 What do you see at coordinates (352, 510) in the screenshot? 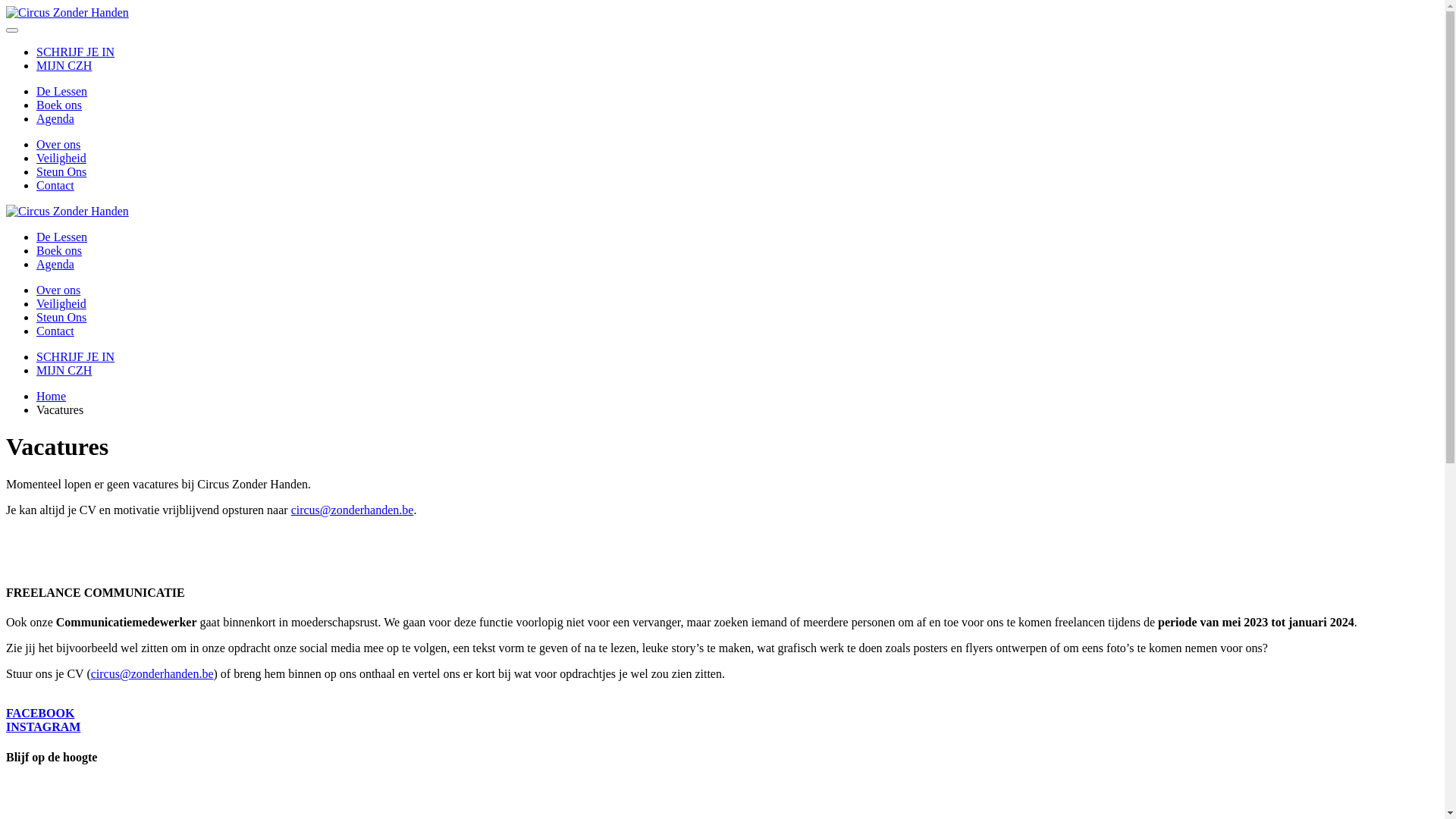
I see `'circus@zonderhanden.be'` at bounding box center [352, 510].